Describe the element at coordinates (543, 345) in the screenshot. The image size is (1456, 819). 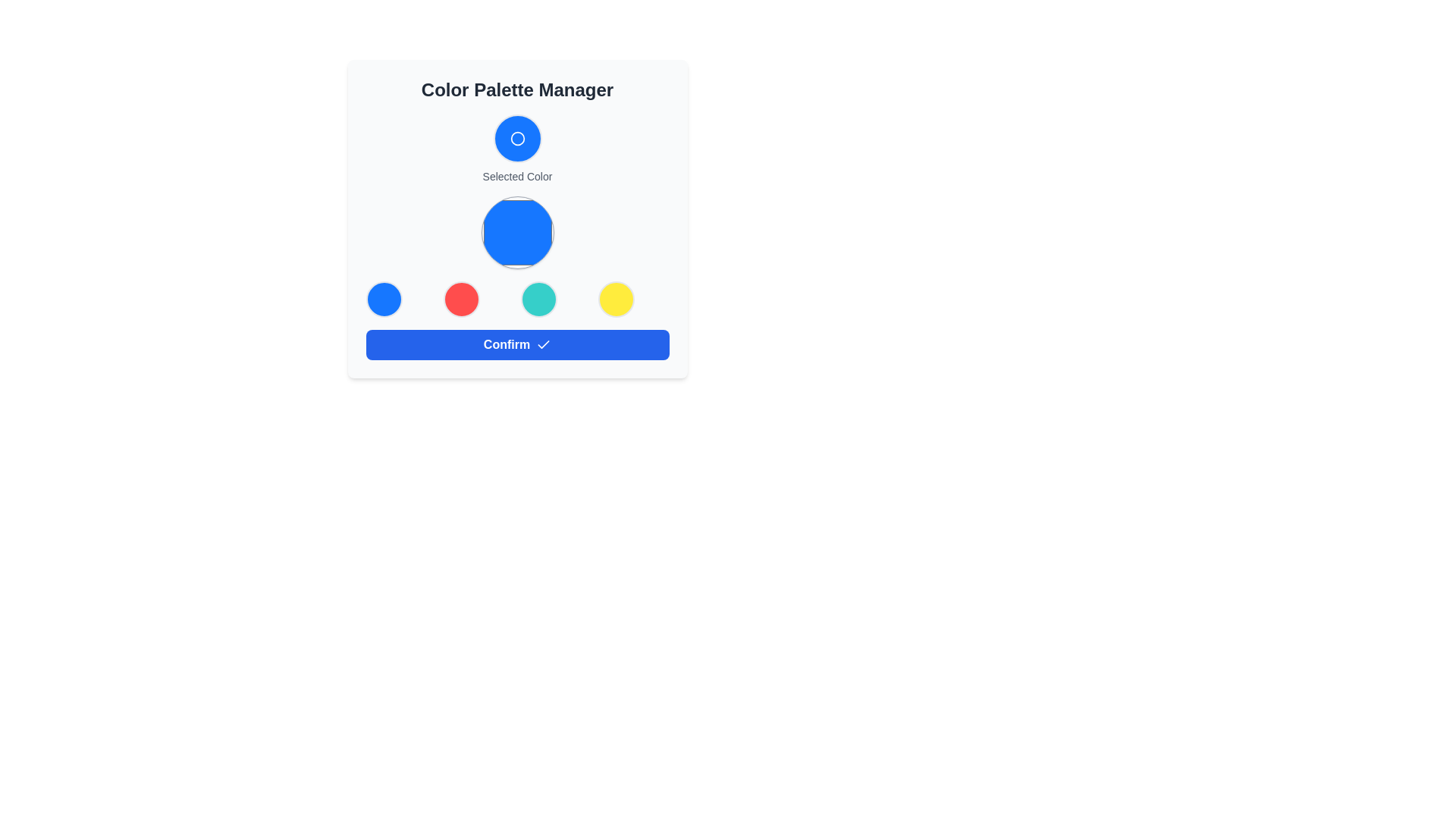
I see `the confirmation icon located to the right of the 'Confirm' button, which indicates selection or confirmation` at that location.